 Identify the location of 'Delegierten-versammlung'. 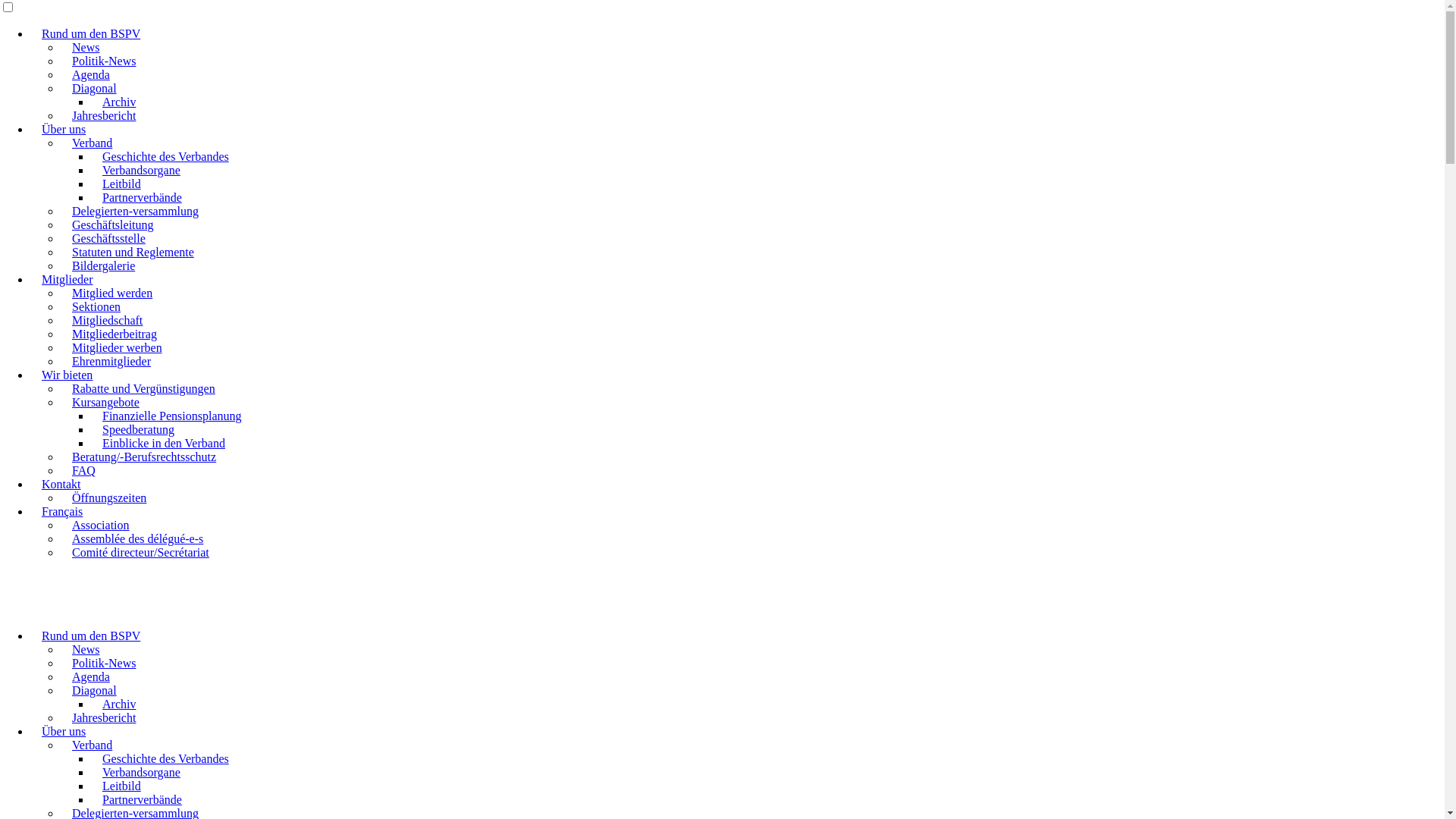
(135, 211).